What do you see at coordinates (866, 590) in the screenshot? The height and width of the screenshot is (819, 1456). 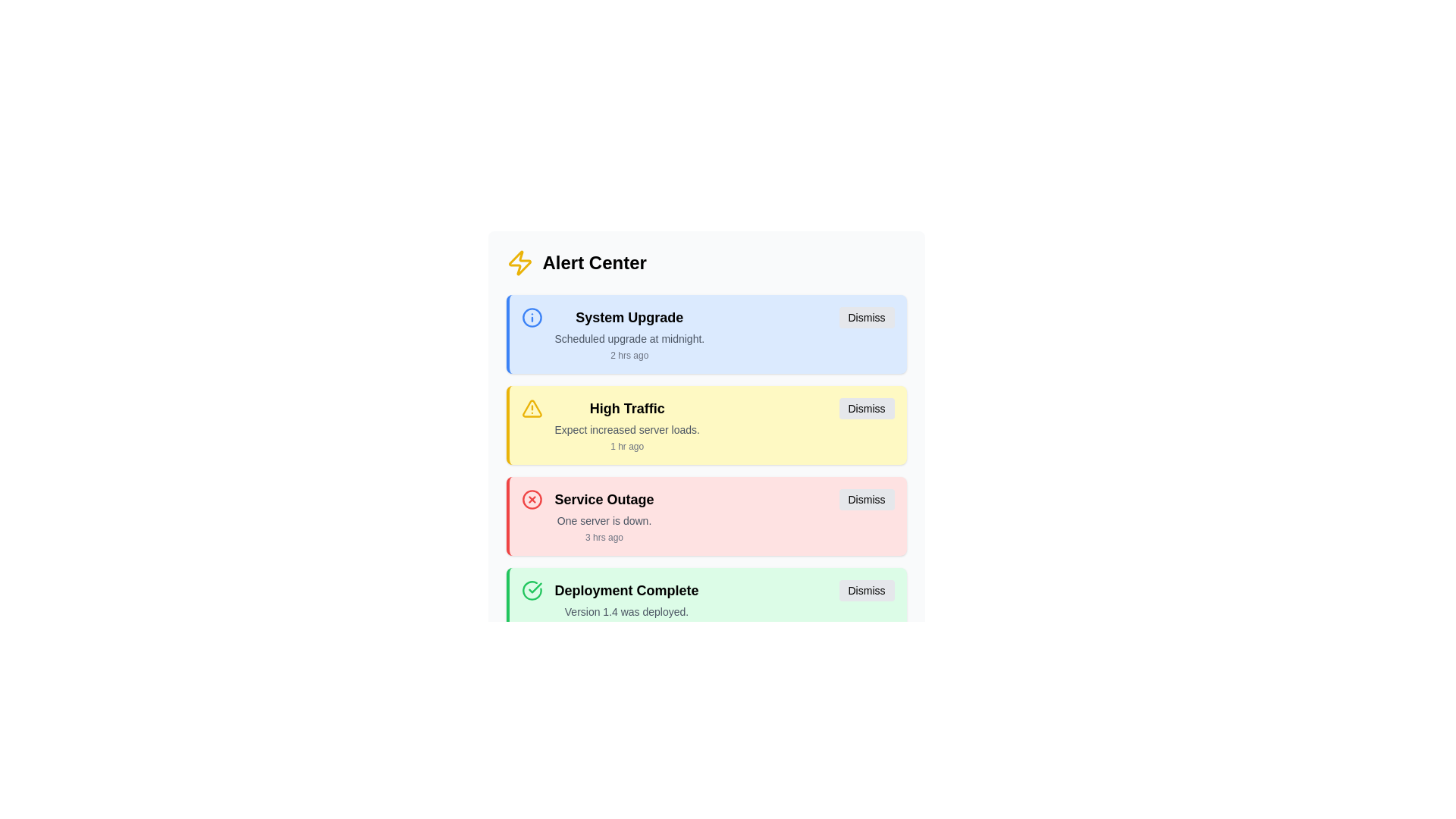 I see `the 'Dismiss' button located at the top-right corner of the 'Deployment Complete' notification panel` at bounding box center [866, 590].